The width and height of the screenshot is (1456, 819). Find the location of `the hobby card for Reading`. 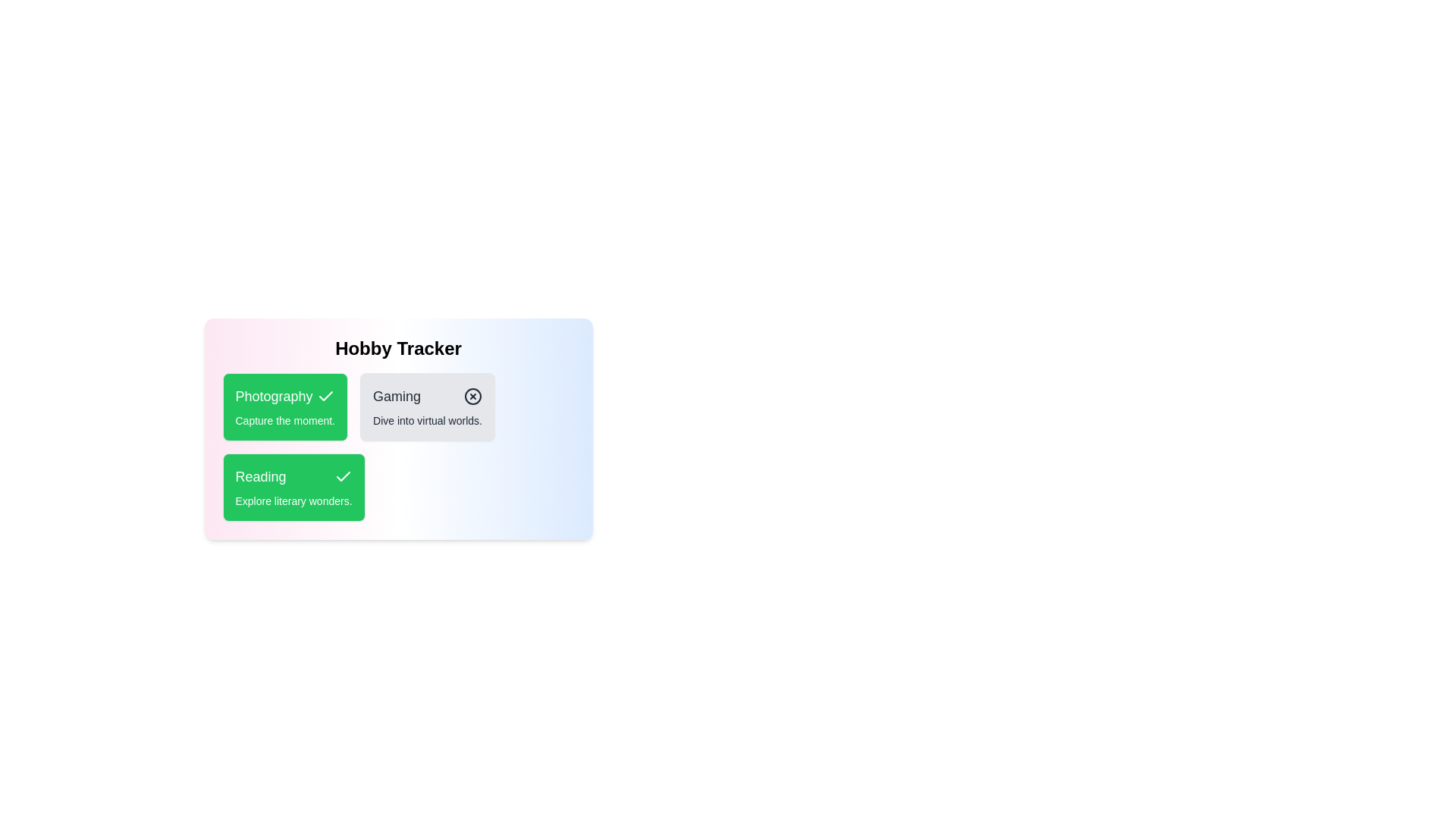

the hobby card for Reading is located at coordinates (293, 488).